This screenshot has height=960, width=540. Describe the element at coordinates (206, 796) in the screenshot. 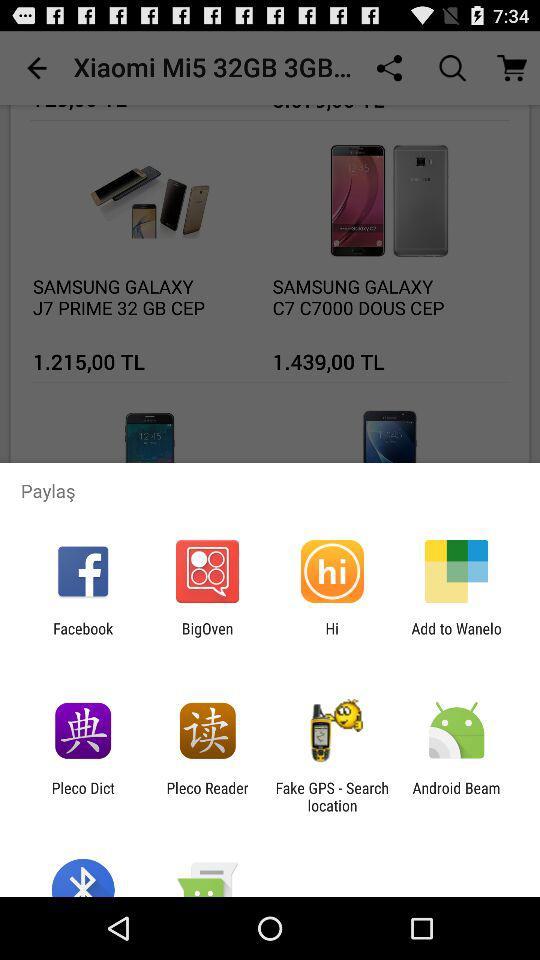

I see `app next to the pleco dict` at that location.